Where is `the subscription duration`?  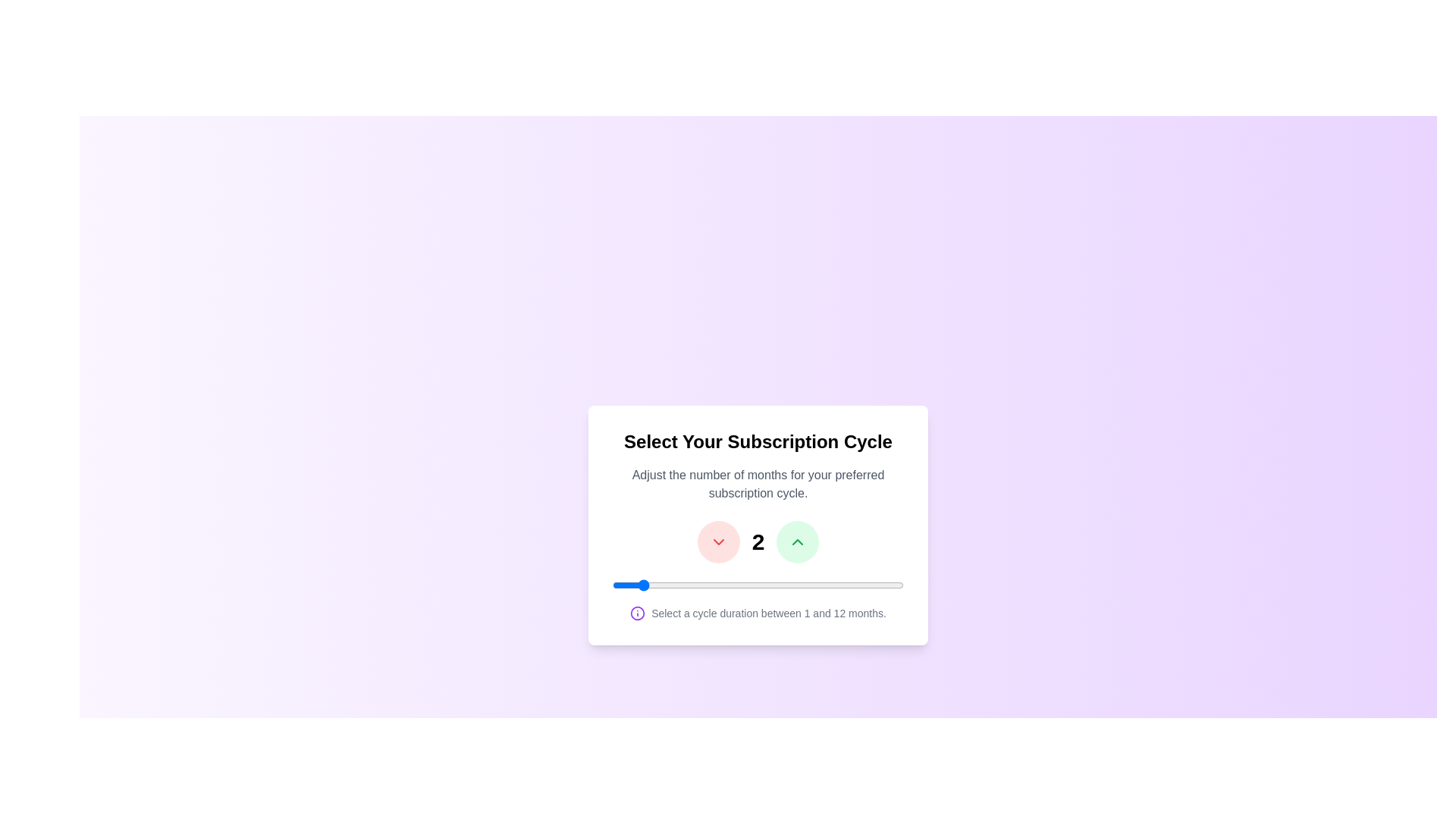 the subscription duration is located at coordinates (797, 584).